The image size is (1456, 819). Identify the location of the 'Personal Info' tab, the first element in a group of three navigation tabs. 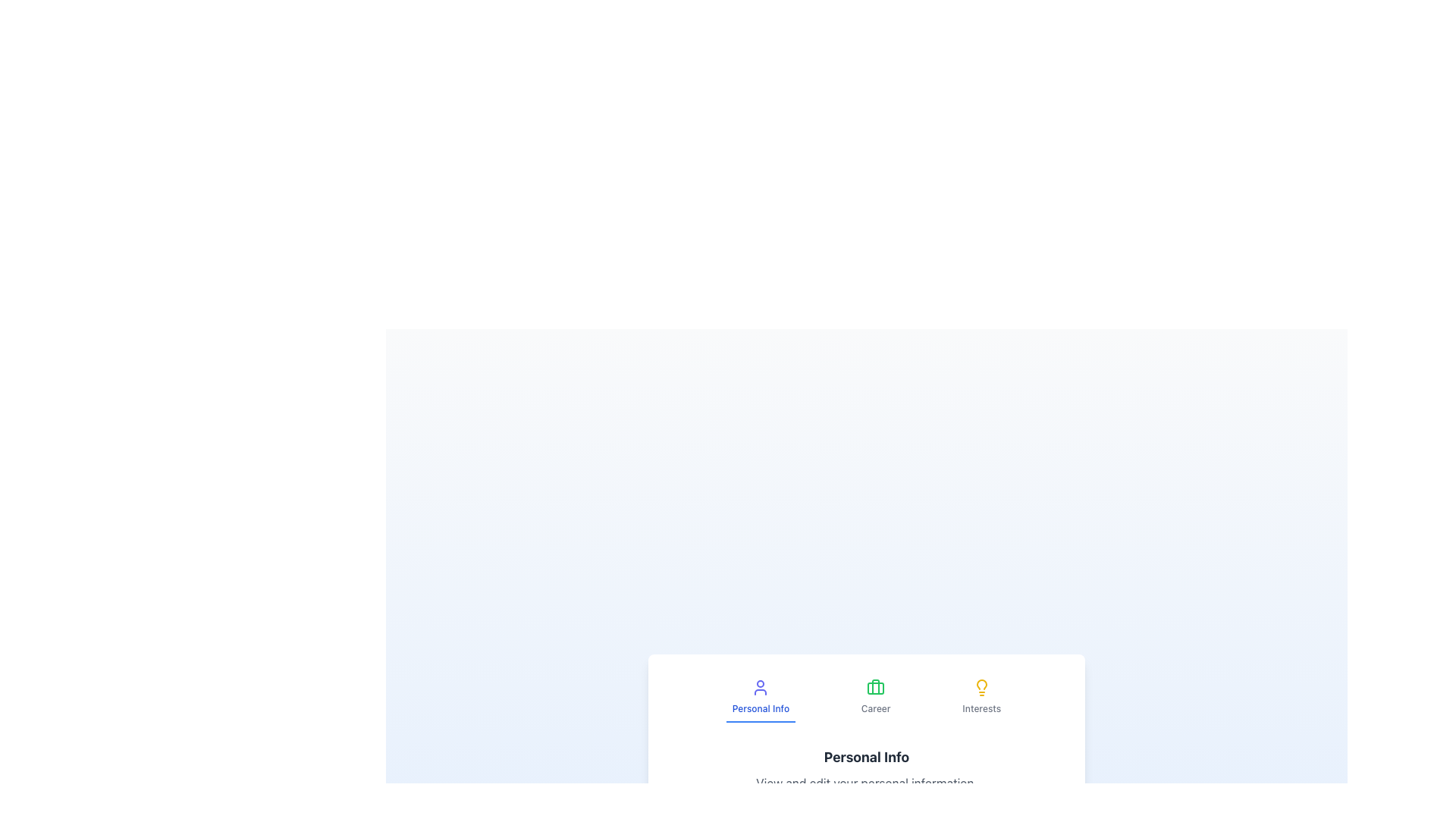
(761, 698).